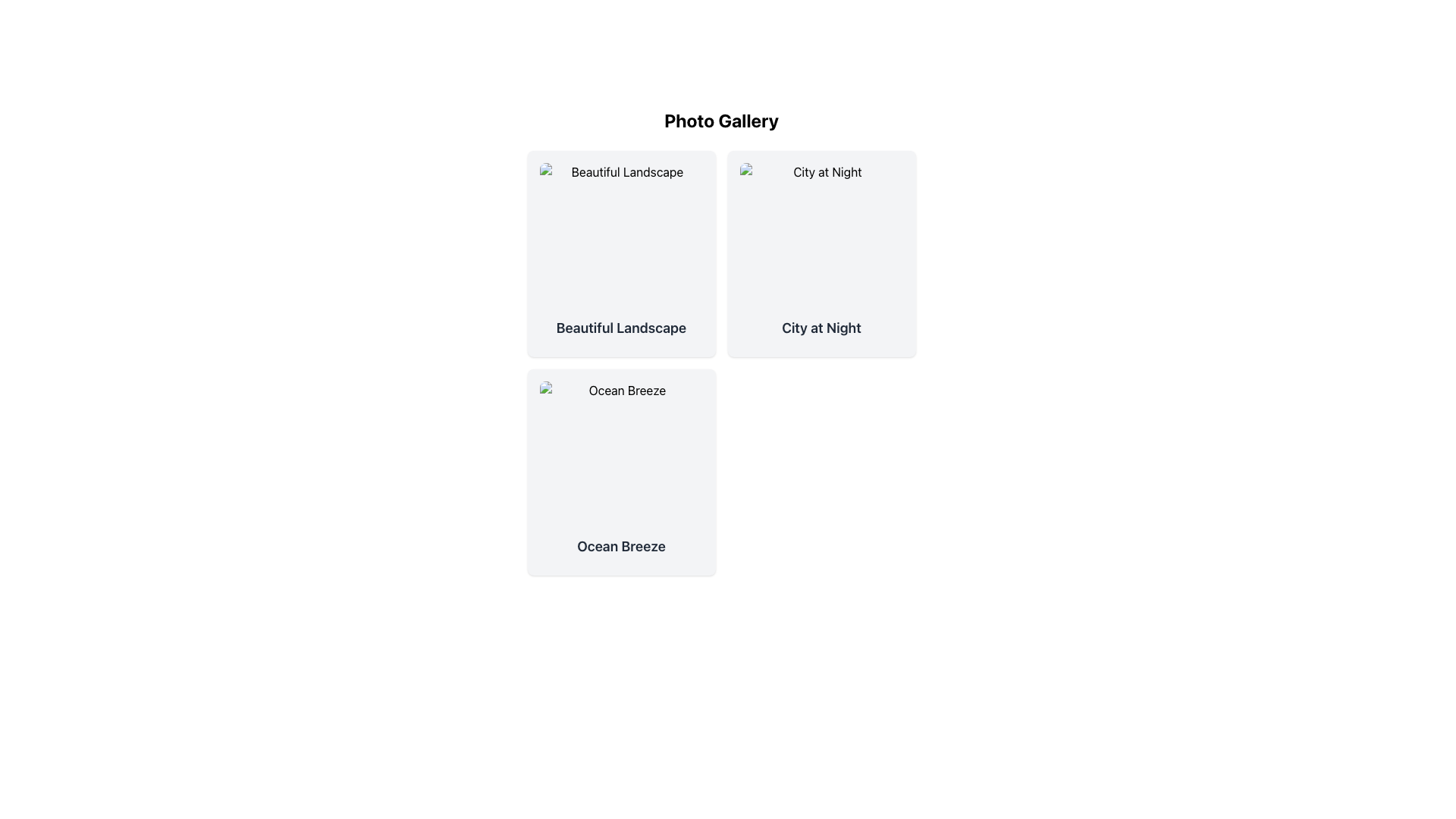 Image resolution: width=1456 pixels, height=819 pixels. What do you see at coordinates (621, 253) in the screenshot?
I see `the 'Beautiful Landscape' card, which is the first card in the grid located in the upper-left corner` at bounding box center [621, 253].